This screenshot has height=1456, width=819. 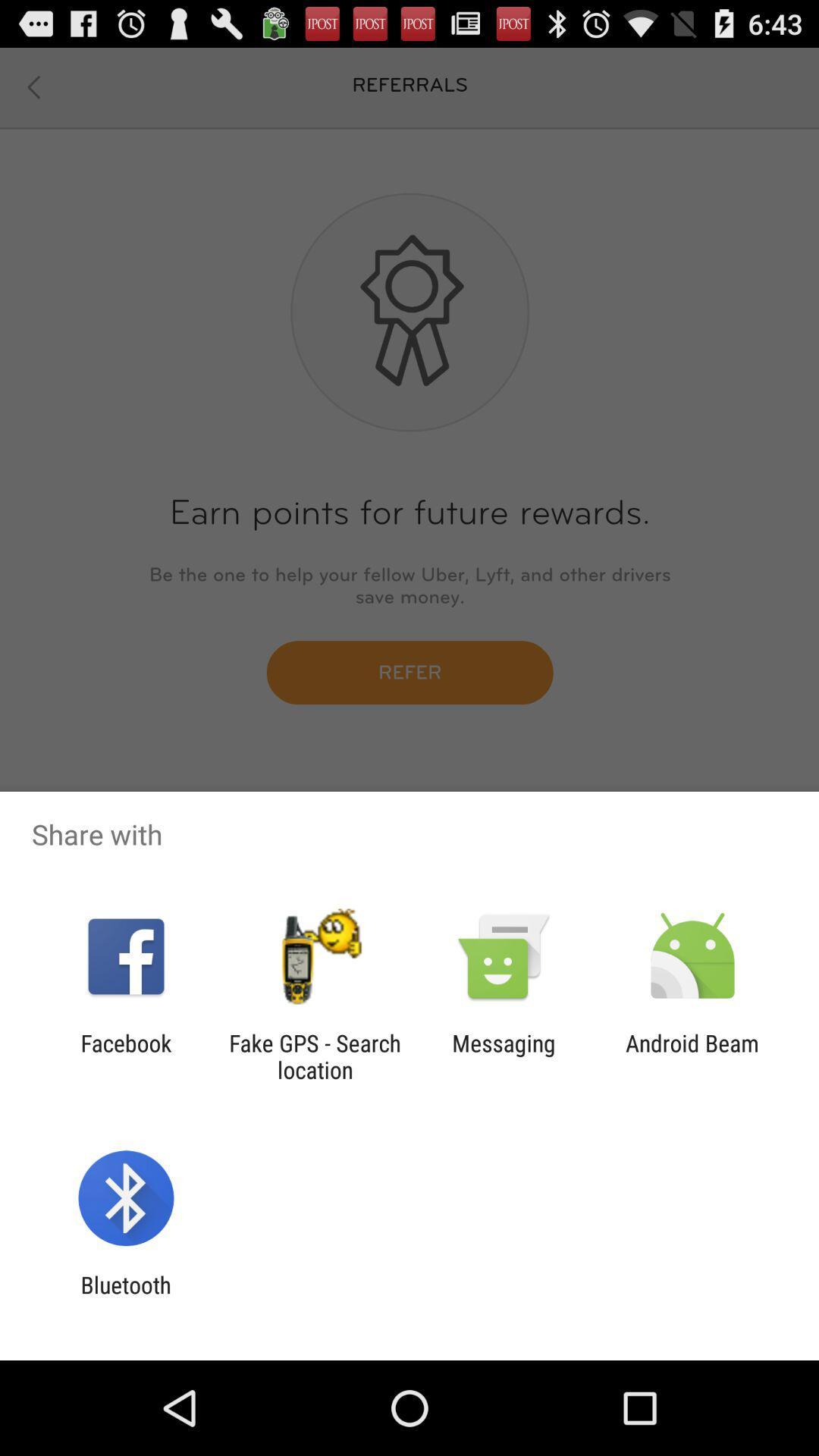 What do you see at coordinates (504, 1056) in the screenshot?
I see `app next to the android beam app` at bounding box center [504, 1056].